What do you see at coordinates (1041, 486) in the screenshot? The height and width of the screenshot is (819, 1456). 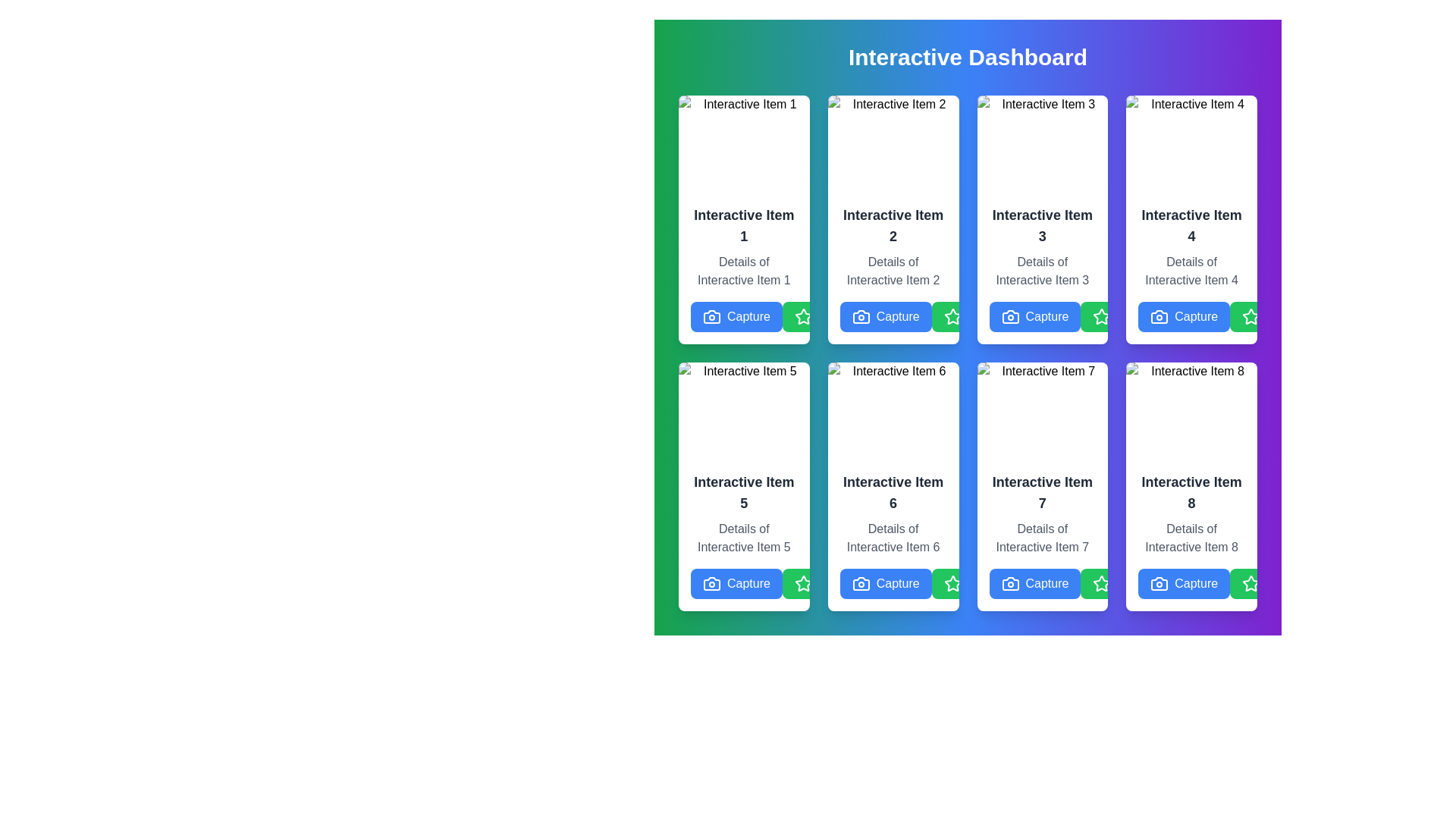 I see `the details text of the card titled 'Interactive Item 7', which is displayed in a grid layout with a white background and rounded edges` at bounding box center [1041, 486].